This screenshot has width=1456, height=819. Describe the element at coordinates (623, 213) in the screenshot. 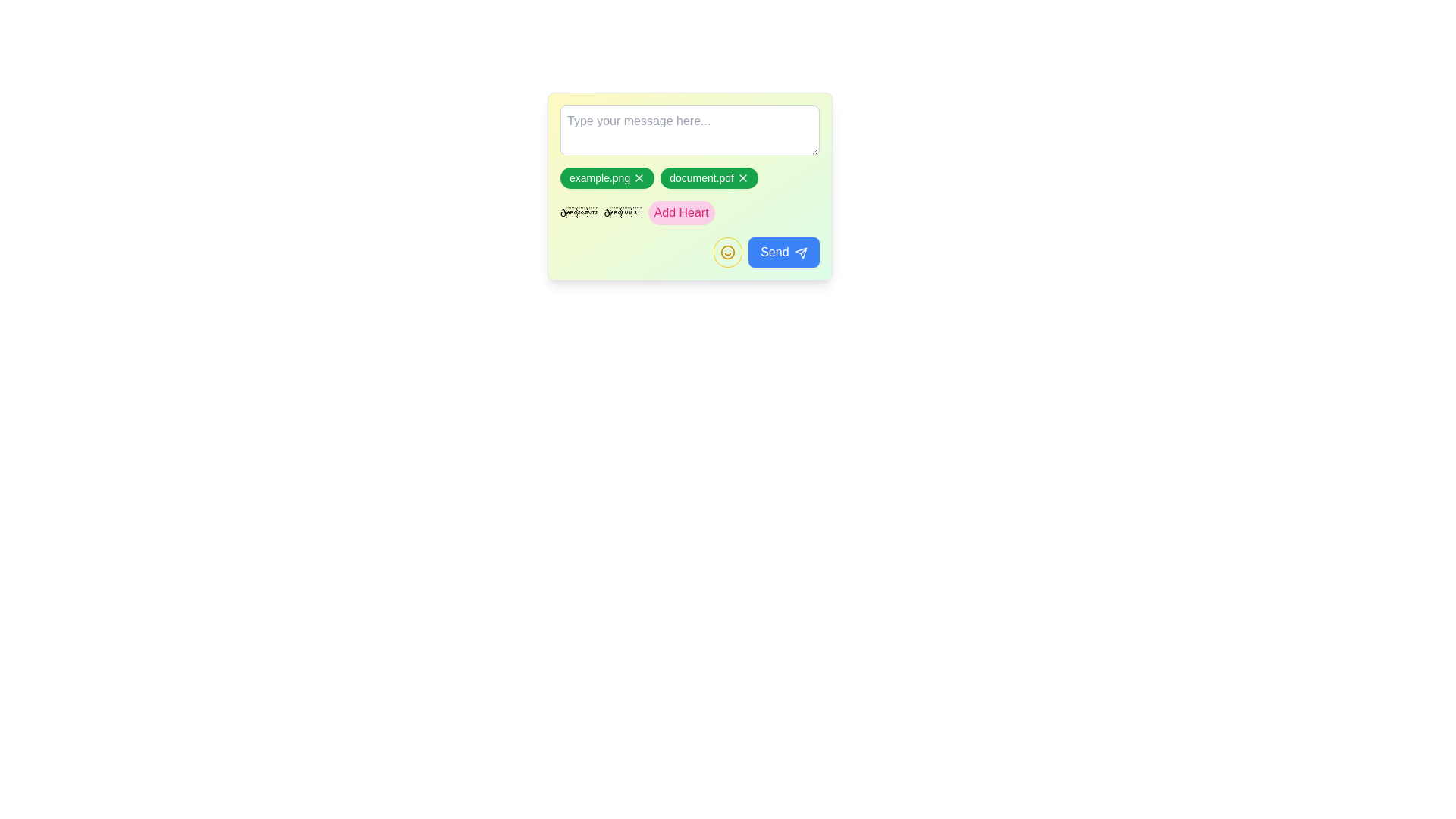

I see `the thumbs-up emoji icon, which is the second element among its siblings in a horizontal arrangement, indicating approval or liking` at that location.